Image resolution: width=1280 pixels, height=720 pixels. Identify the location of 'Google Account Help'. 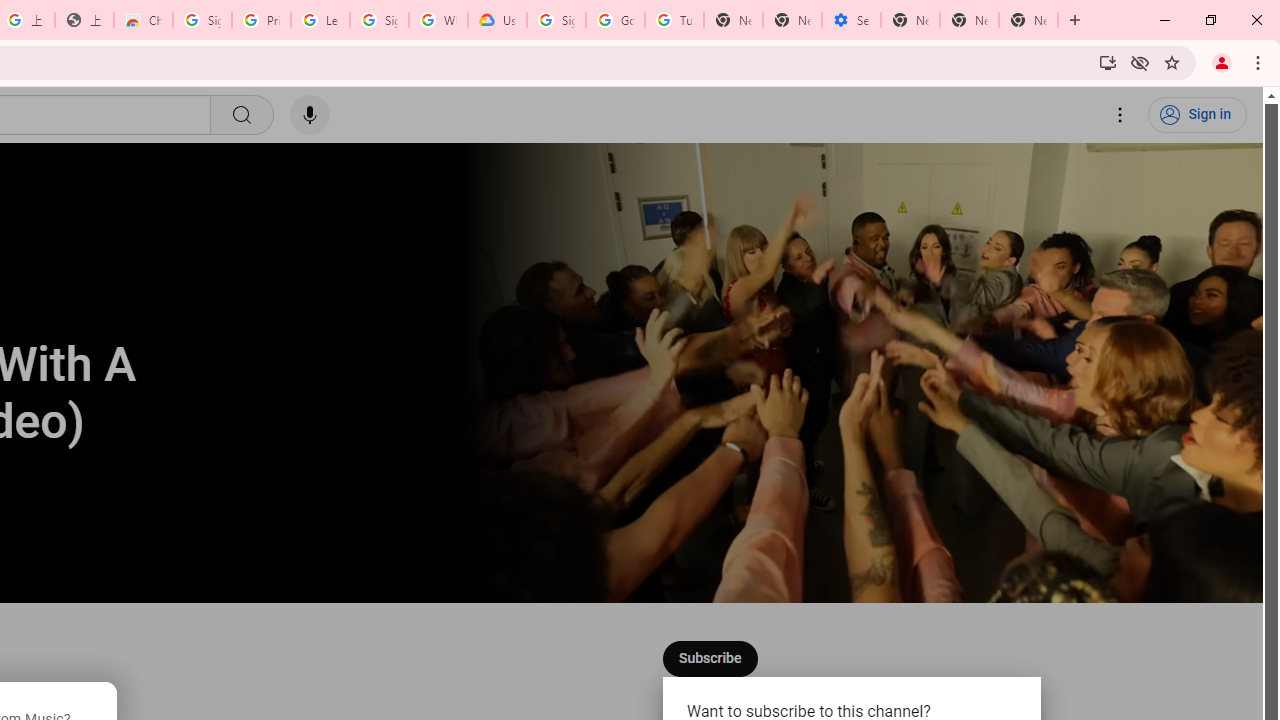
(614, 20).